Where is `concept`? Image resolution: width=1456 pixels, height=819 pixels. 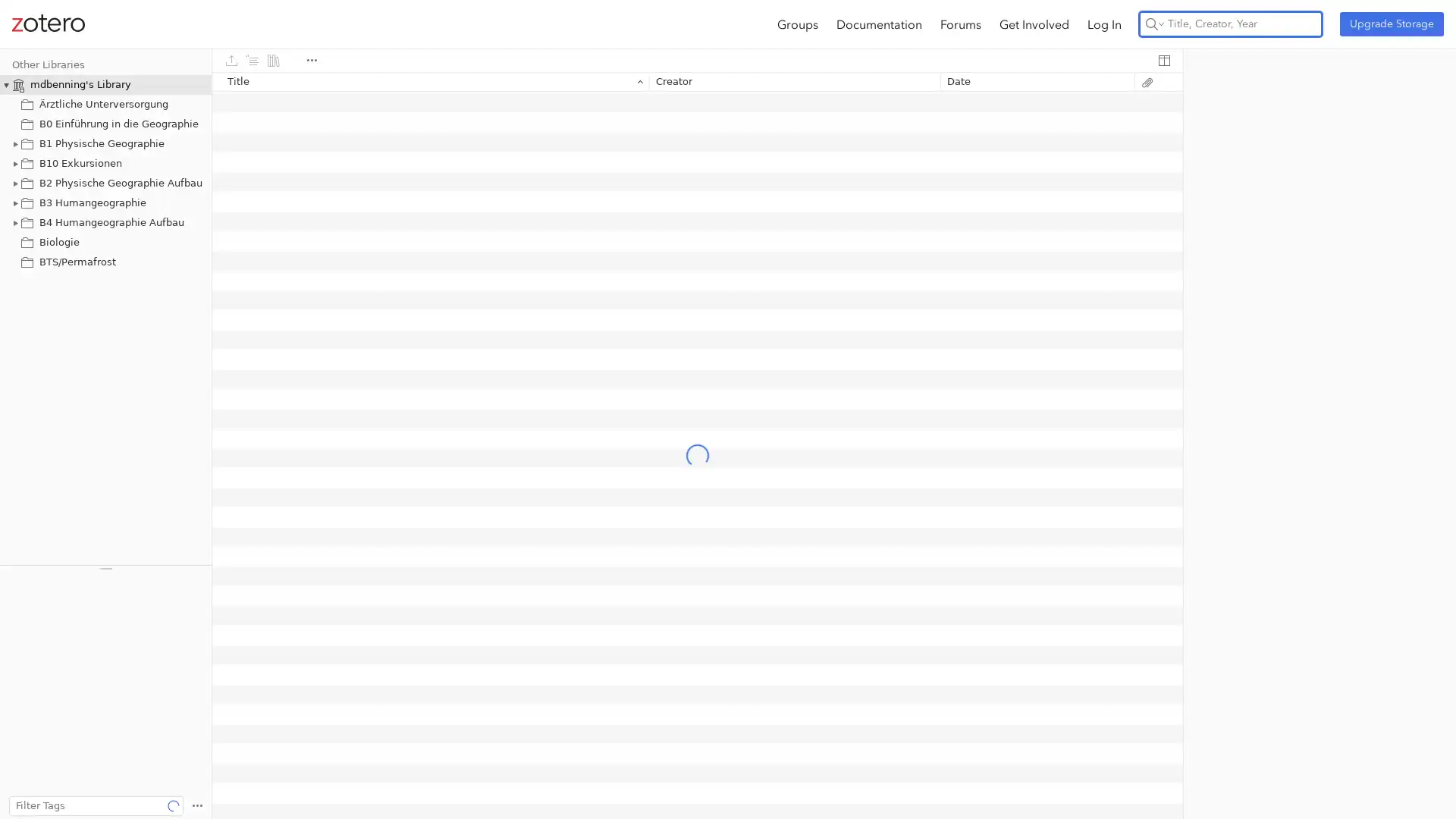
concept is located at coordinates (165, 661).